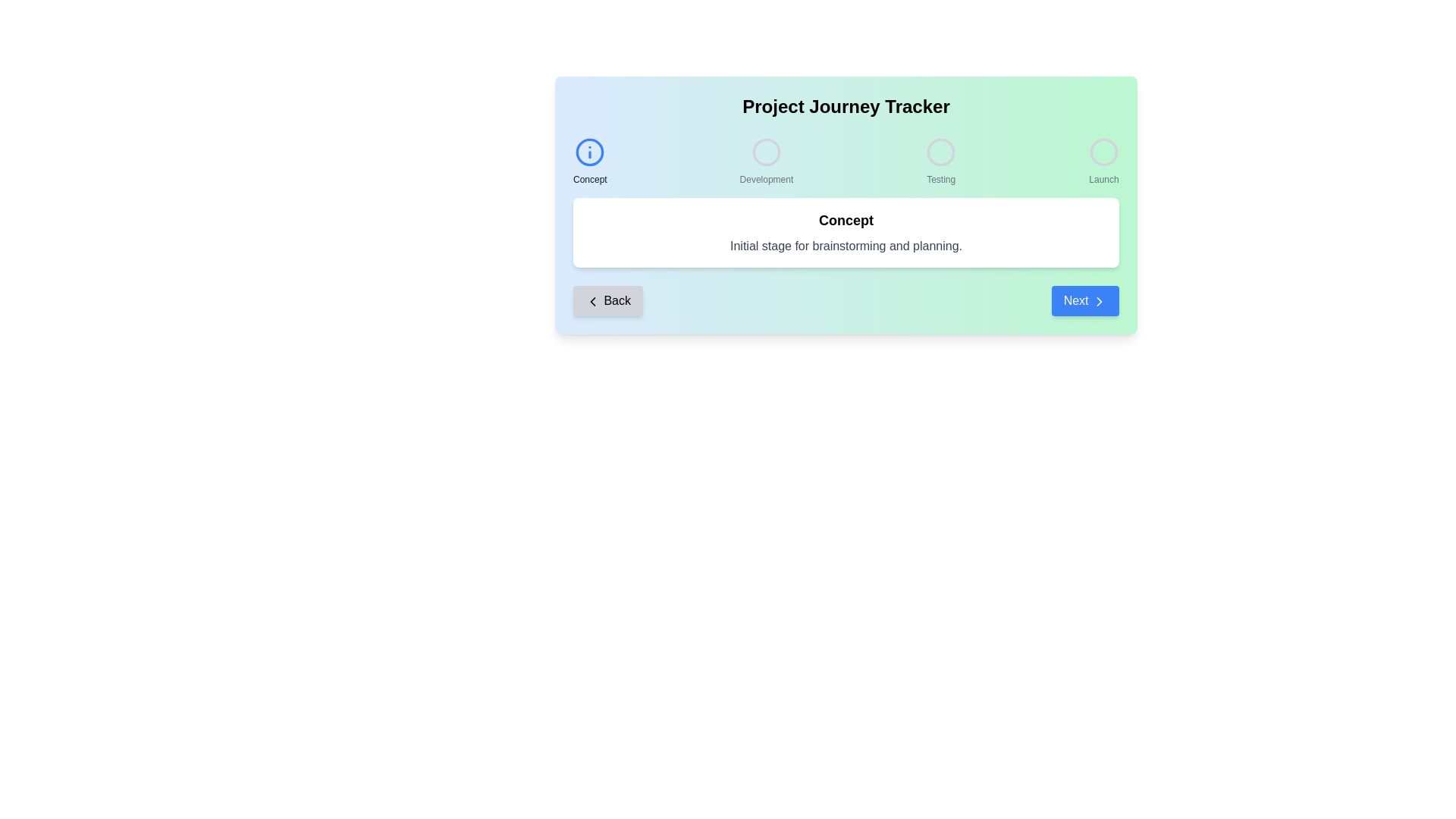 The height and width of the screenshot is (819, 1456). What do you see at coordinates (940, 178) in the screenshot?
I see `the static text label displaying 'Testing', which is part of a step indicator and styled in a small, gray-colored font` at bounding box center [940, 178].